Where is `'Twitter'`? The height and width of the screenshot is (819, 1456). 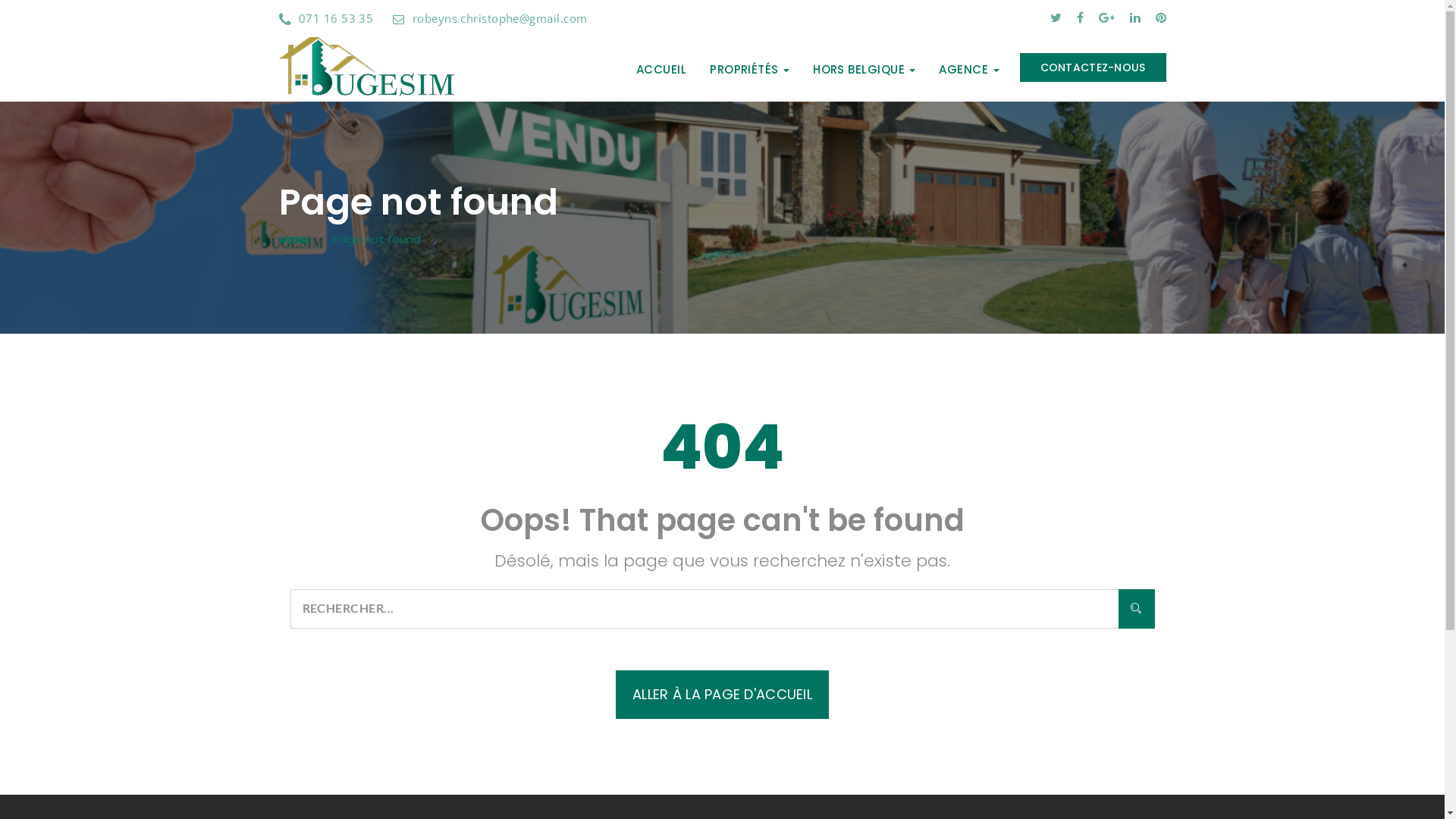
'Twitter' is located at coordinates (1054, 17).